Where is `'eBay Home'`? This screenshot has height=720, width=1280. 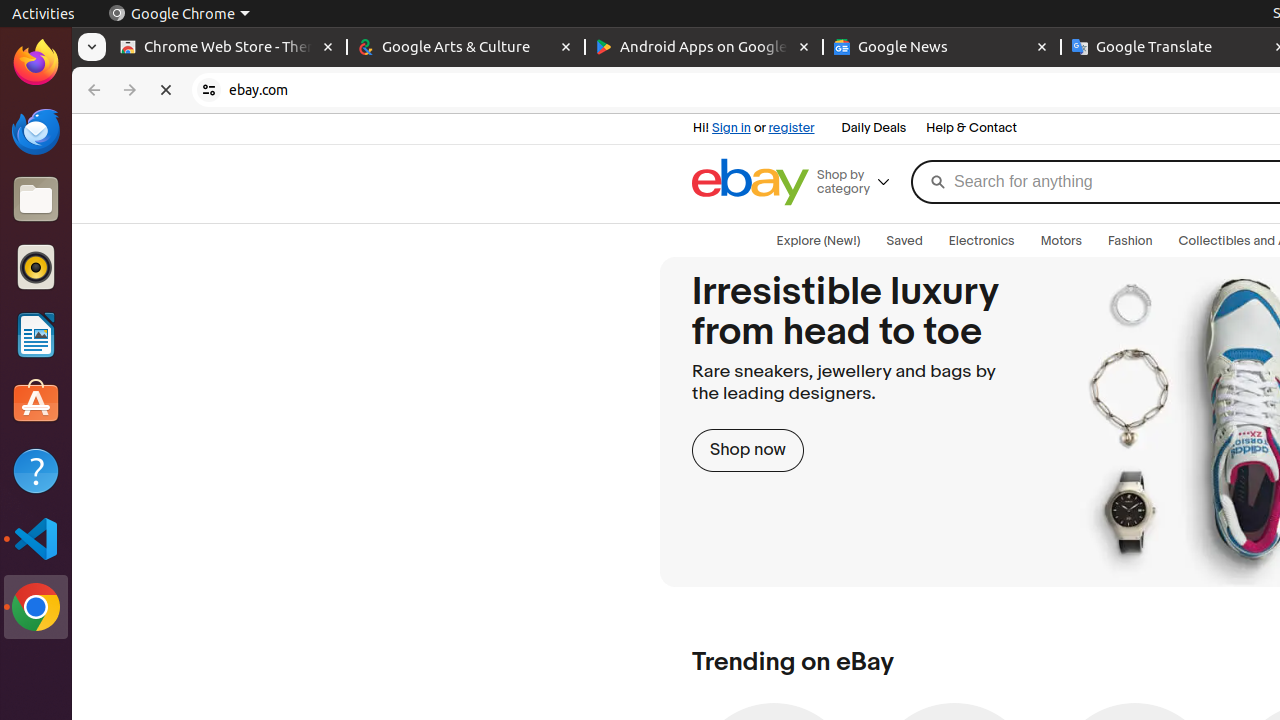 'eBay Home' is located at coordinates (749, 182).